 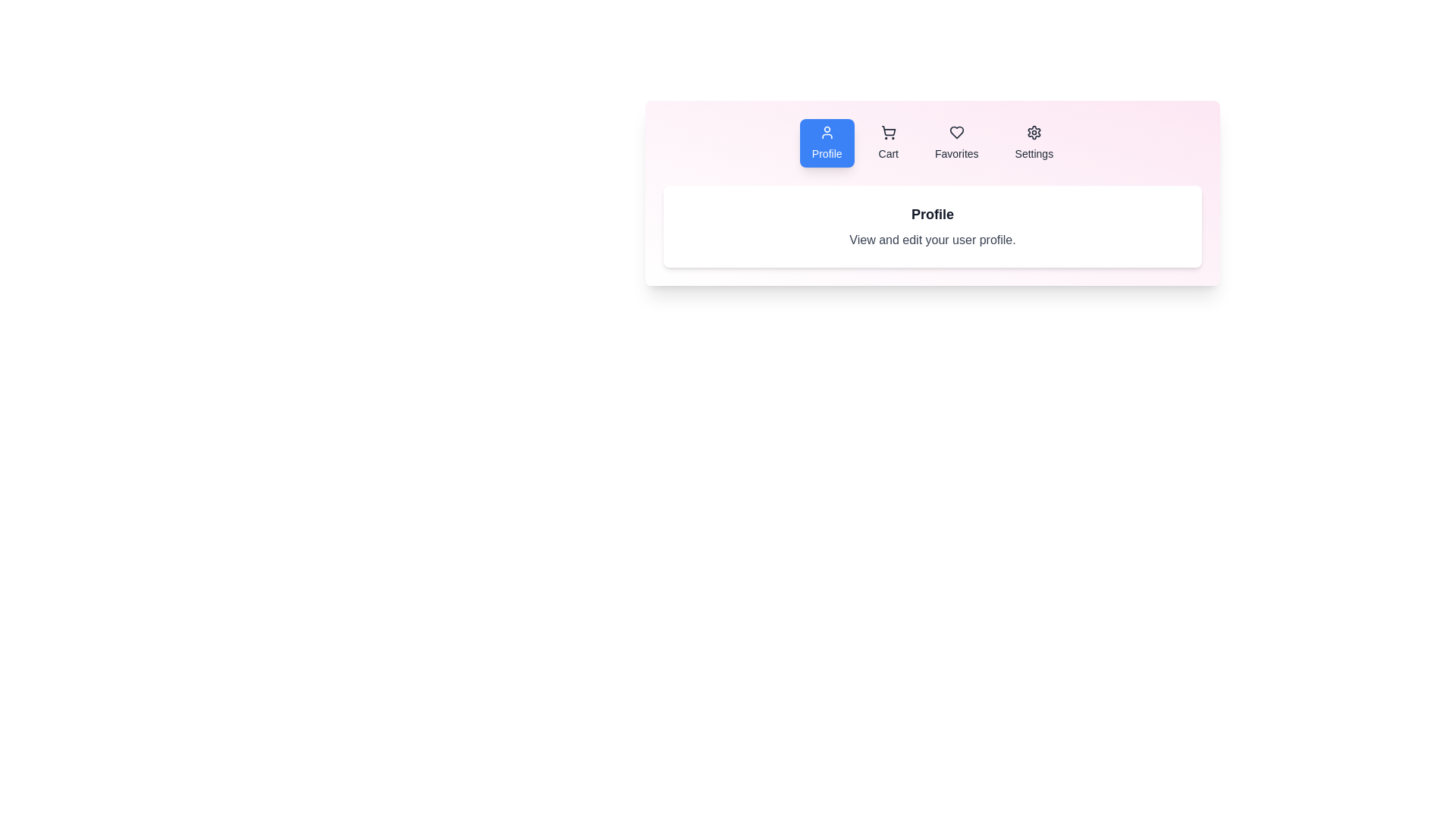 What do you see at coordinates (826, 143) in the screenshot?
I see `the tab labeled Profile to view its content` at bounding box center [826, 143].